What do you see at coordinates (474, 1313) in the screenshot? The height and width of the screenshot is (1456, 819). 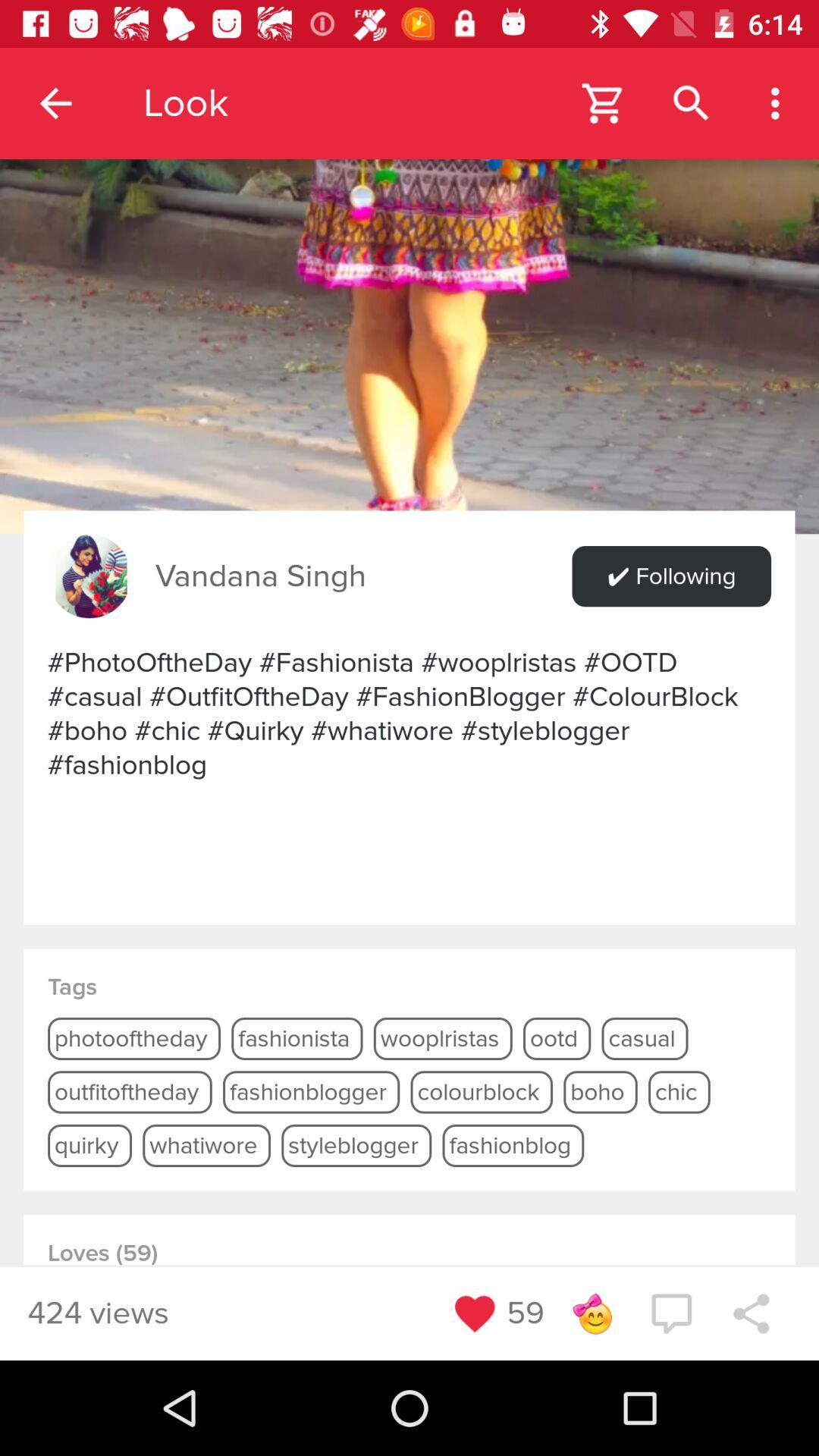 I see `put a like on the photo` at bounding box center [474, 1313].